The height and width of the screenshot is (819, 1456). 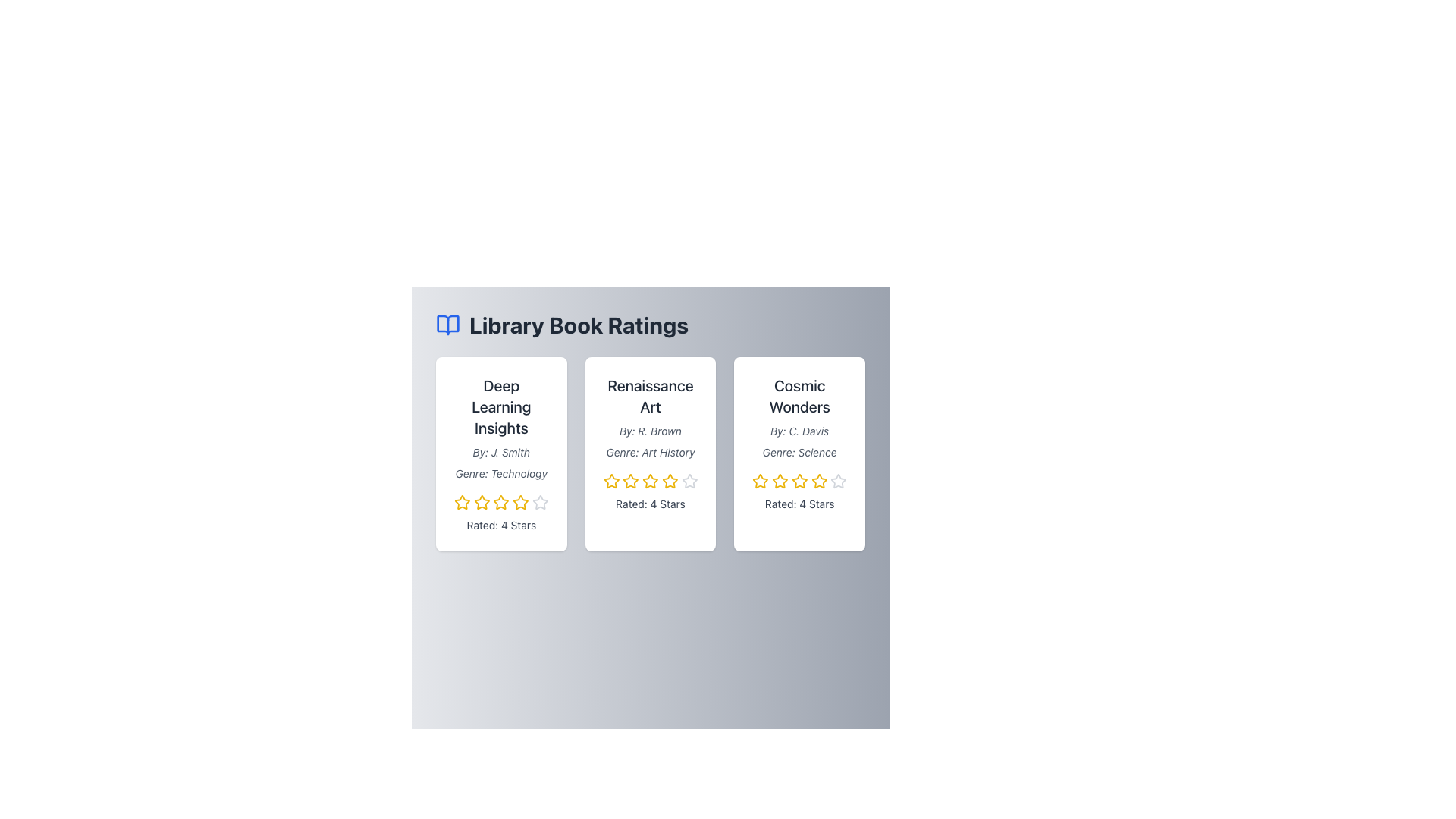 What do you see at coordinates (799, 396) in the screenshot?
I see `the text label that serves as the title of the book 'Cosmic Wonders' located at the top-center of the book card` at bounding box center [799, 396].